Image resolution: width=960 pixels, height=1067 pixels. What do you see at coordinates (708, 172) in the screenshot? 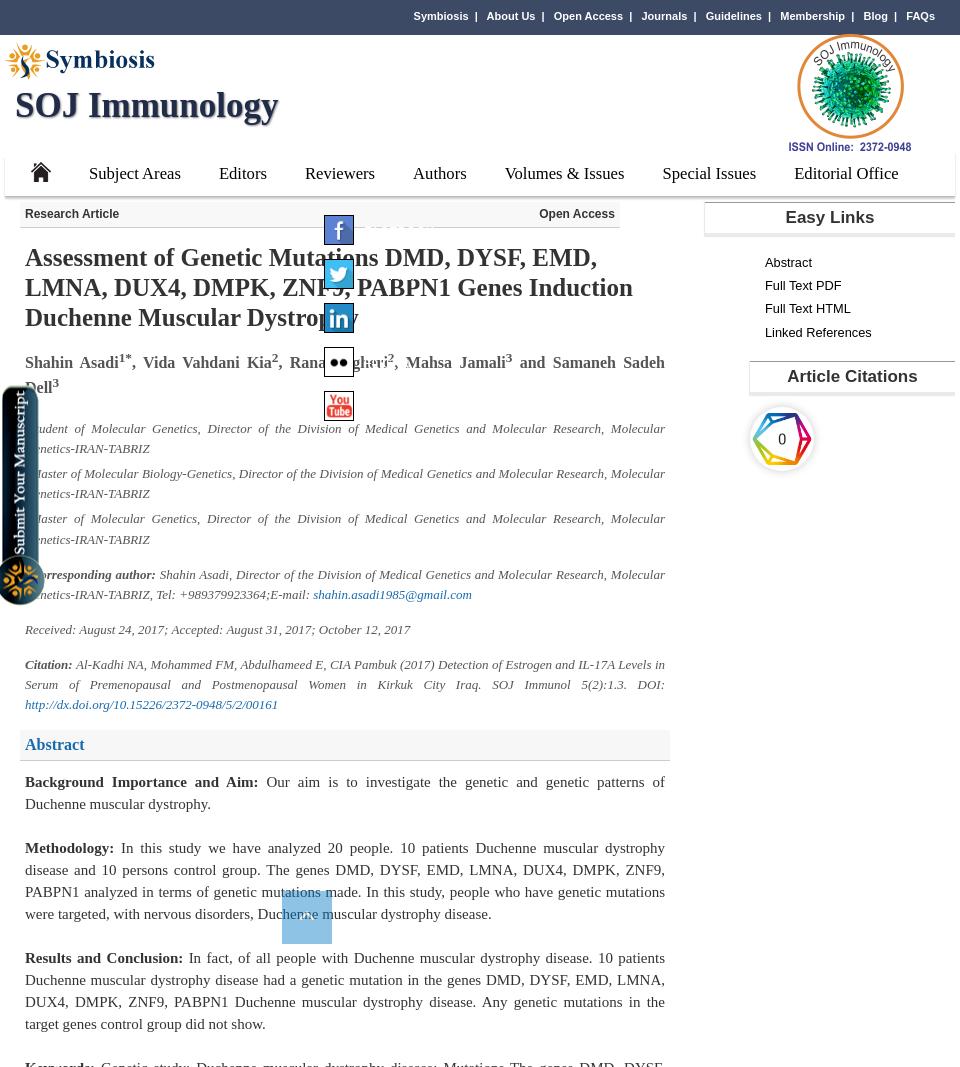
I see `'Special Issues'` at bounding box center [708, 172].